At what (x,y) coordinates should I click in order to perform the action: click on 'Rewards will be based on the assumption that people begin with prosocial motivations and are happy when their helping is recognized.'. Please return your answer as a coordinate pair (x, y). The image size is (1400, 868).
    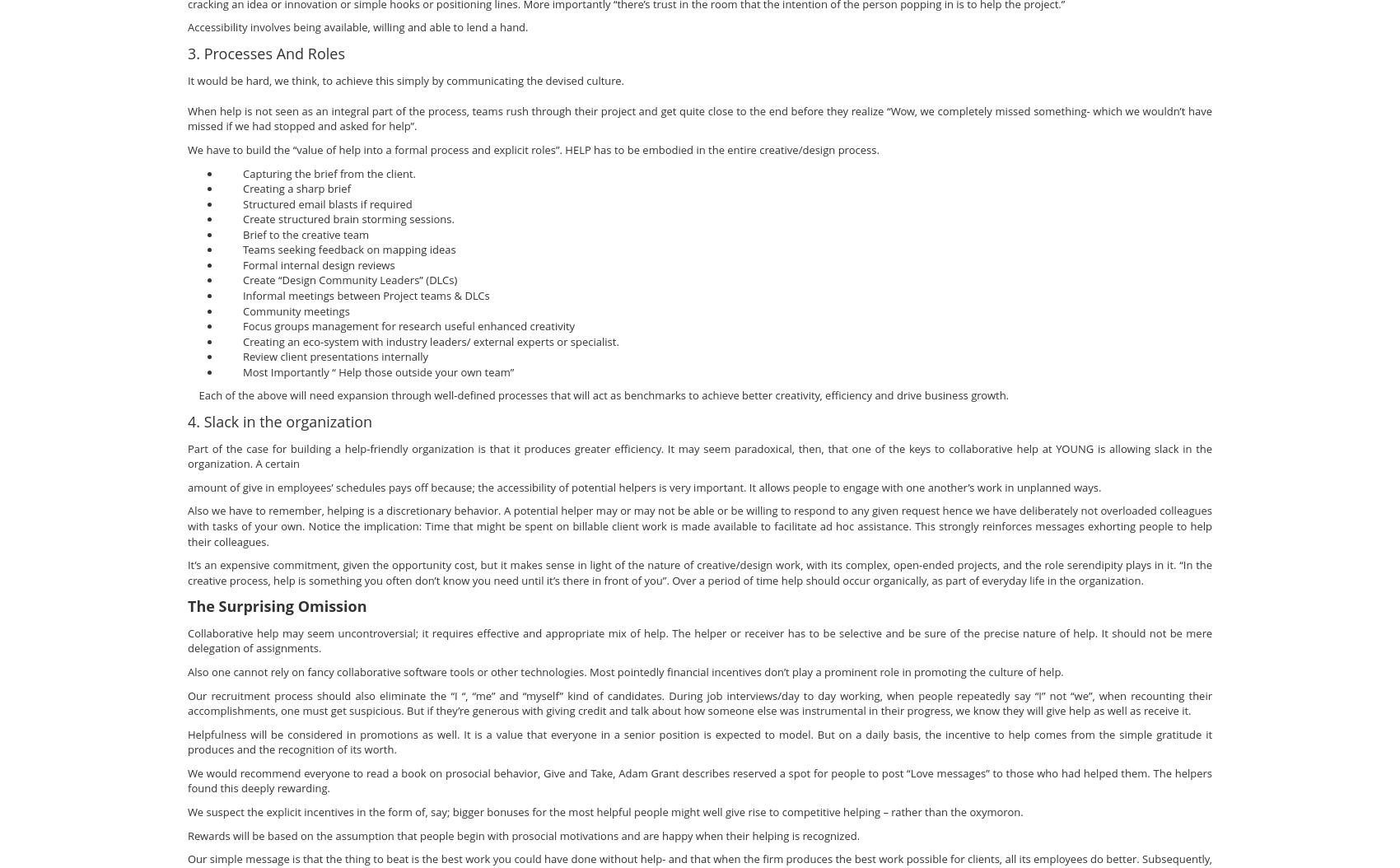
    Looking at the image, I should click on (522, 833).